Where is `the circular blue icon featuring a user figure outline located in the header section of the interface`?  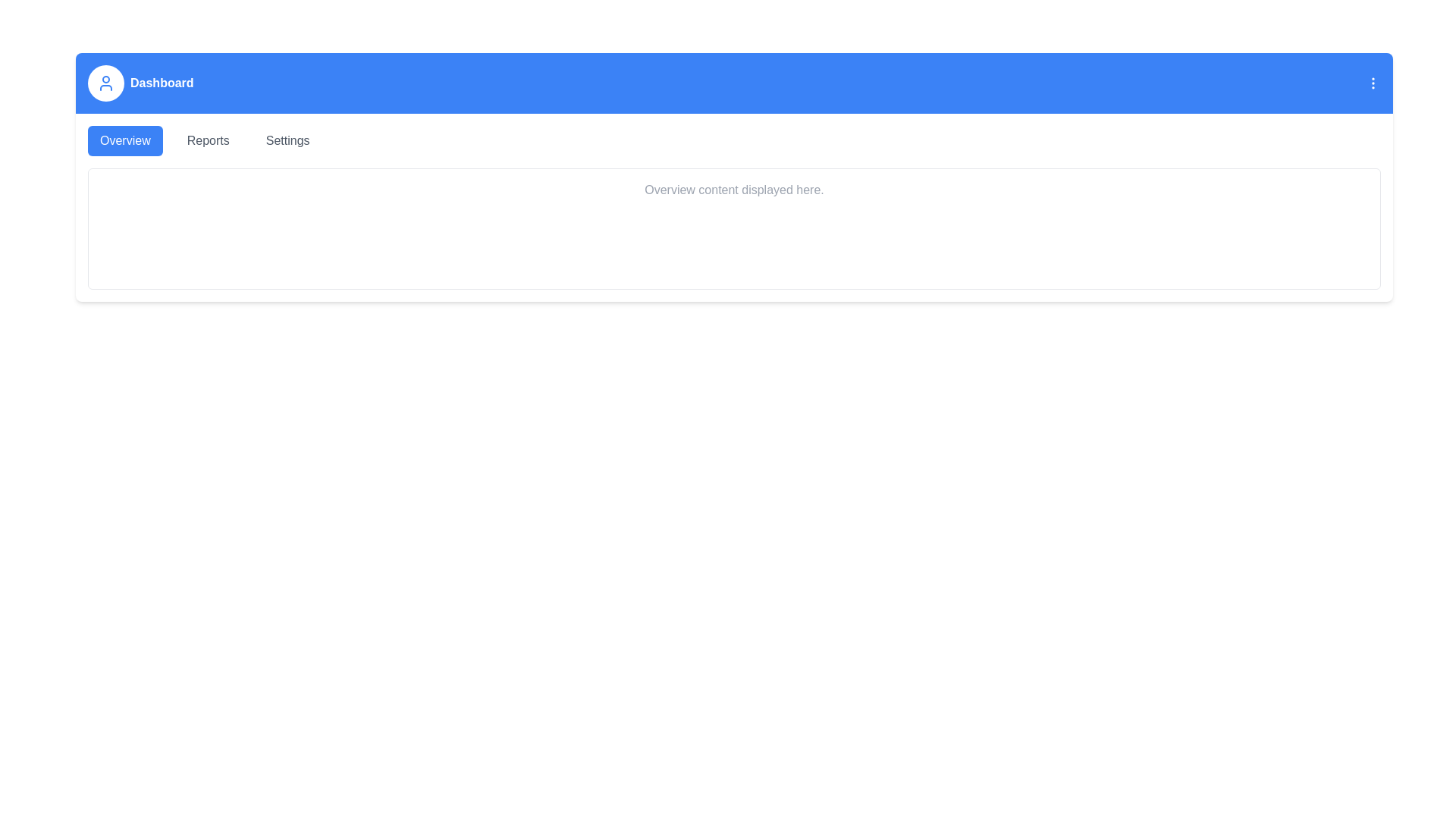
the circular blue icon featuring a user figure outline located in the header section of the interface is located at coordinates (105, 83).